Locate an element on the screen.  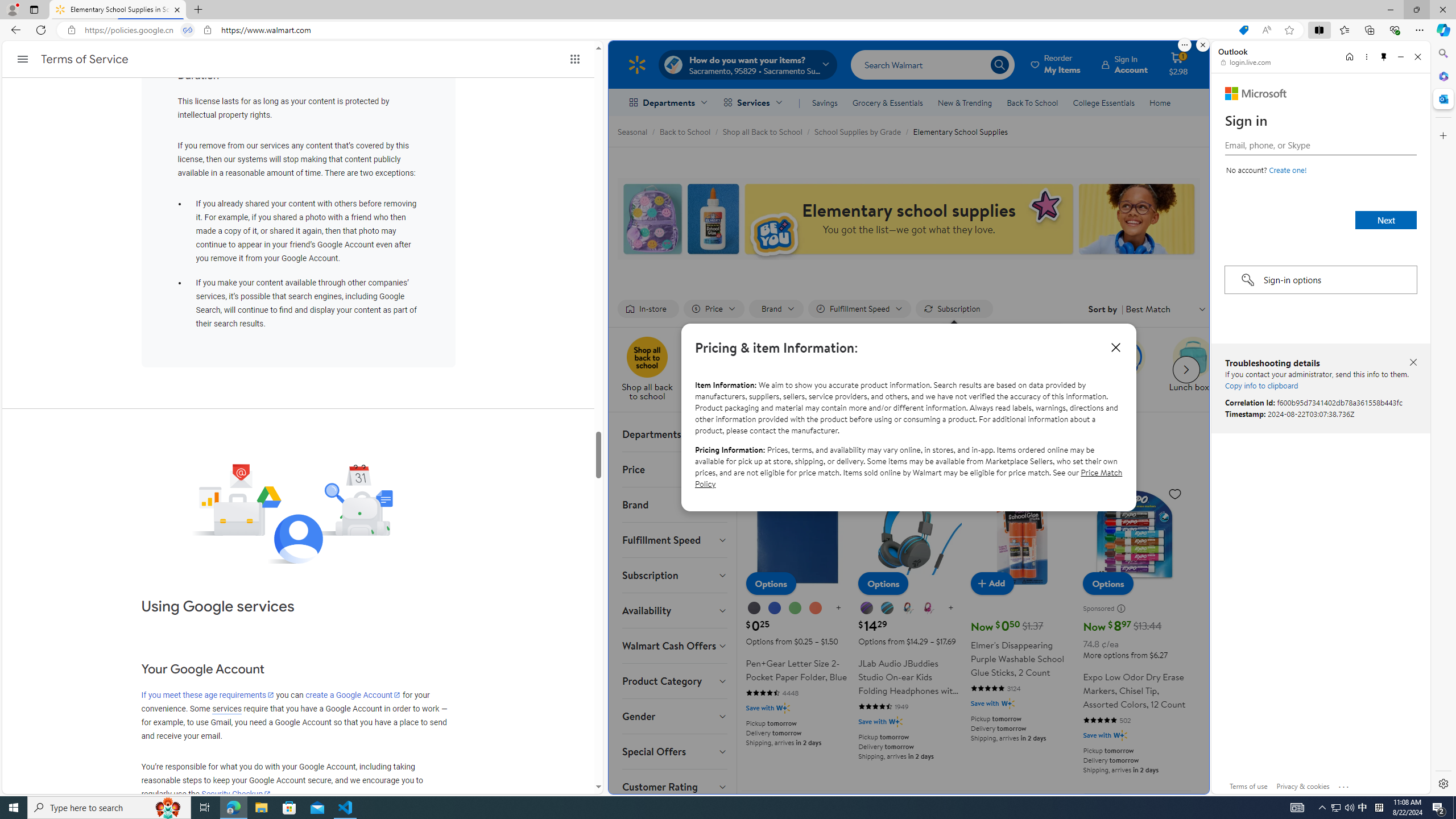
'Close troubleshooting details' is located at coordinates (1412, 362).